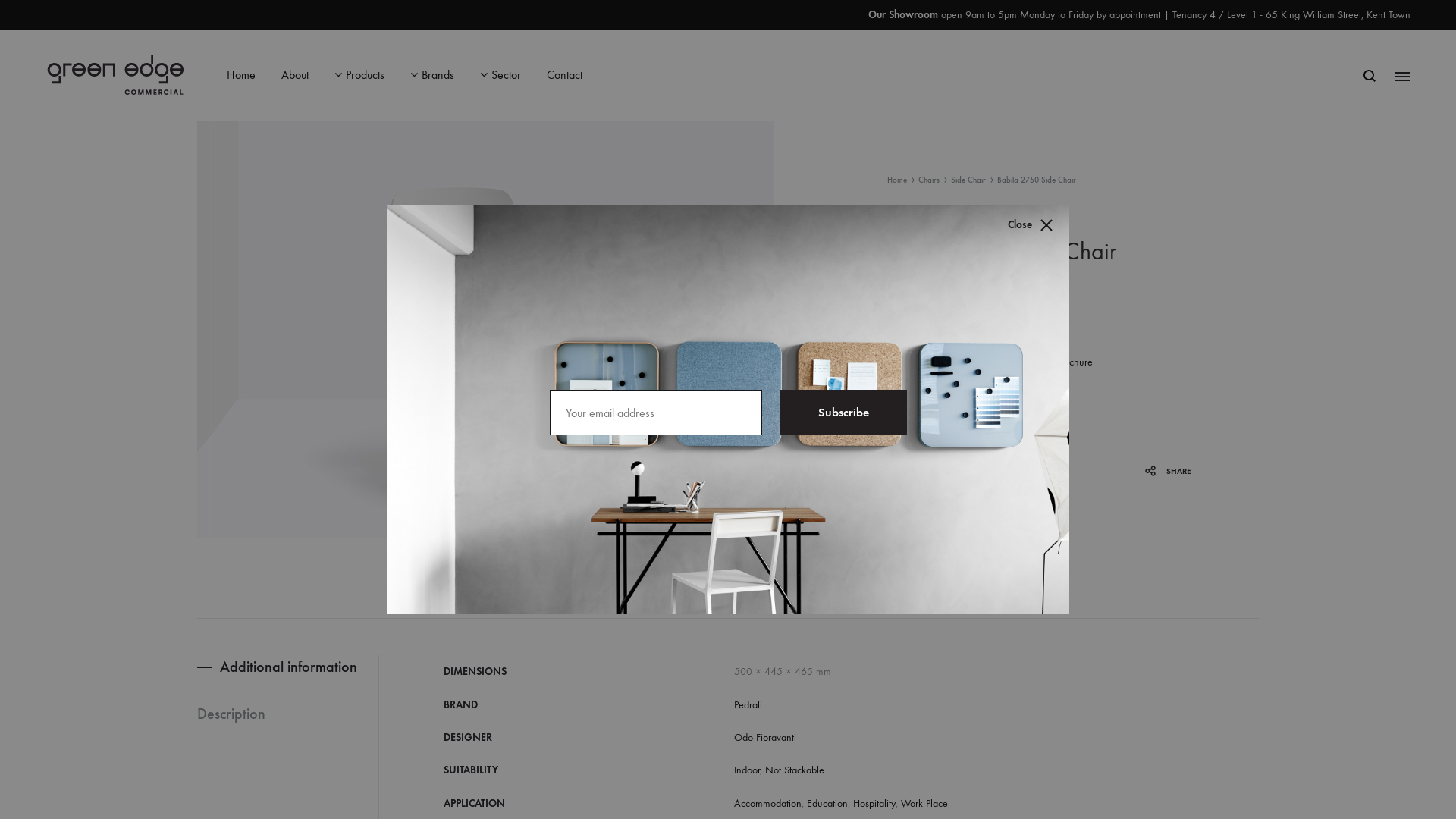 The image size is (1456, 819). I want to click on 'SIDE CHAIR', so click(1000, 554).